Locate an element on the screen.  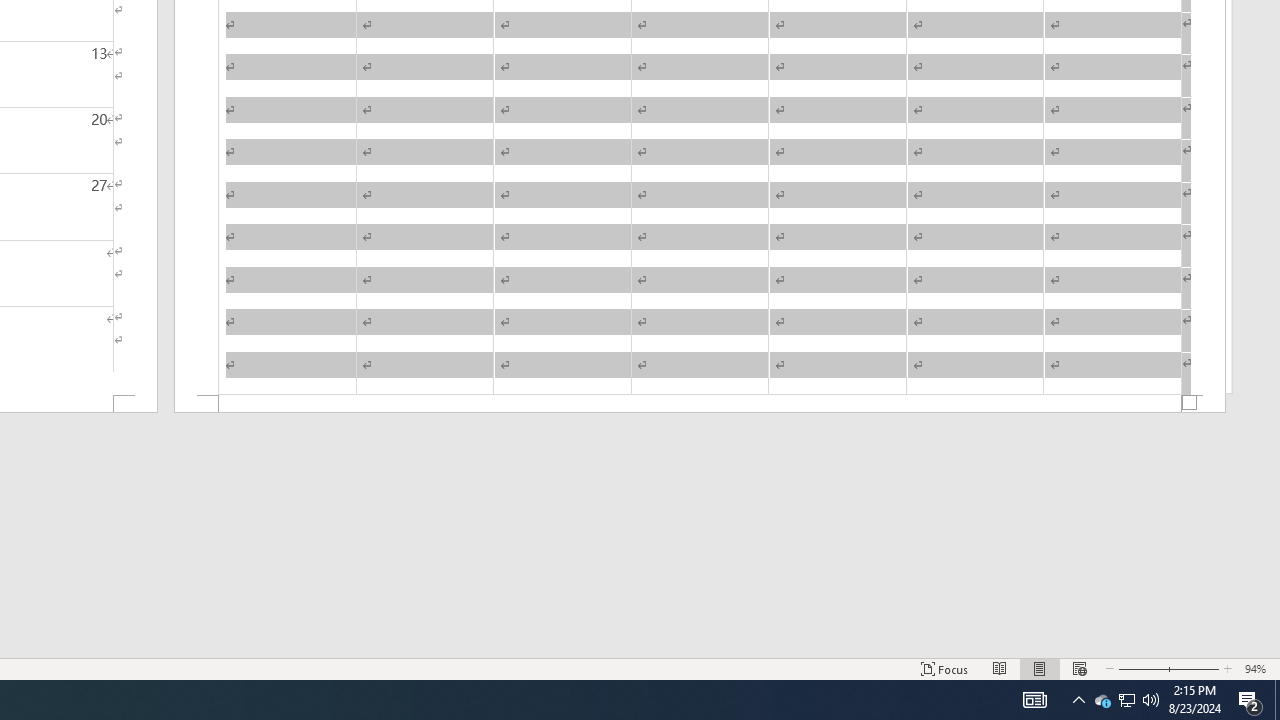
'Footer -Section 1-' is located at coordinates (700, 404).